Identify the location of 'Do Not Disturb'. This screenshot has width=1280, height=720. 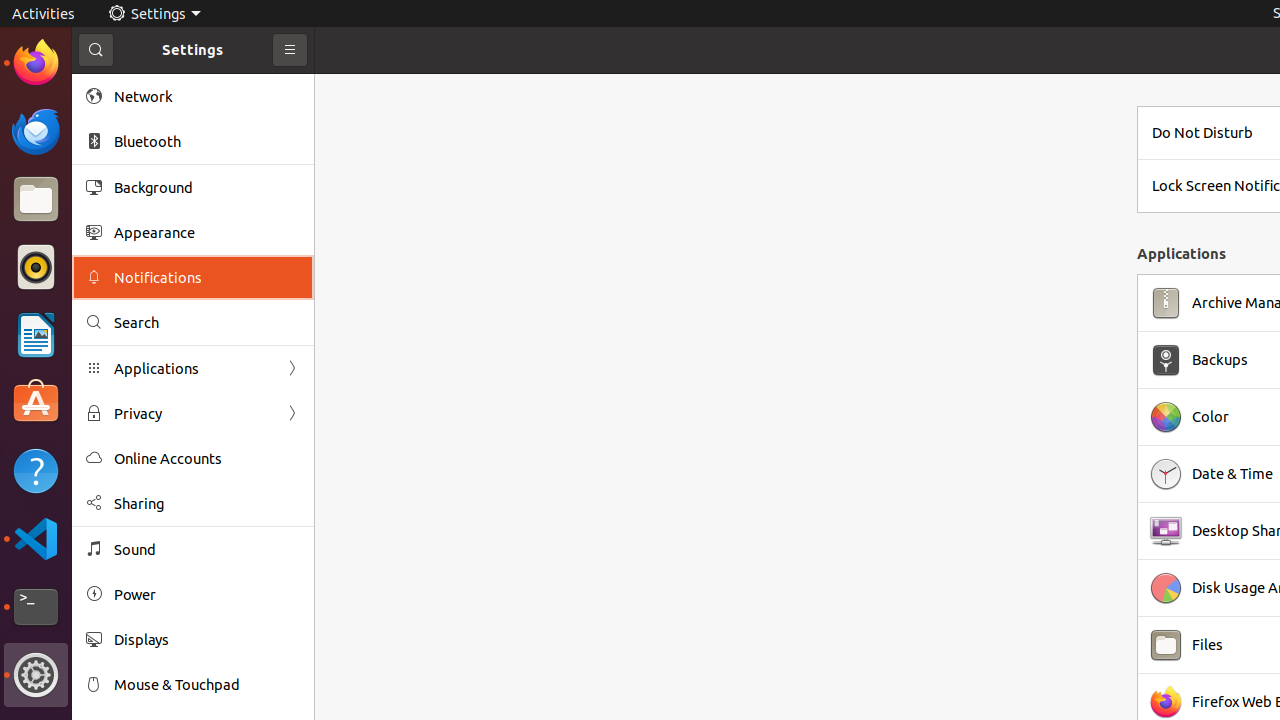
(1201, 132).